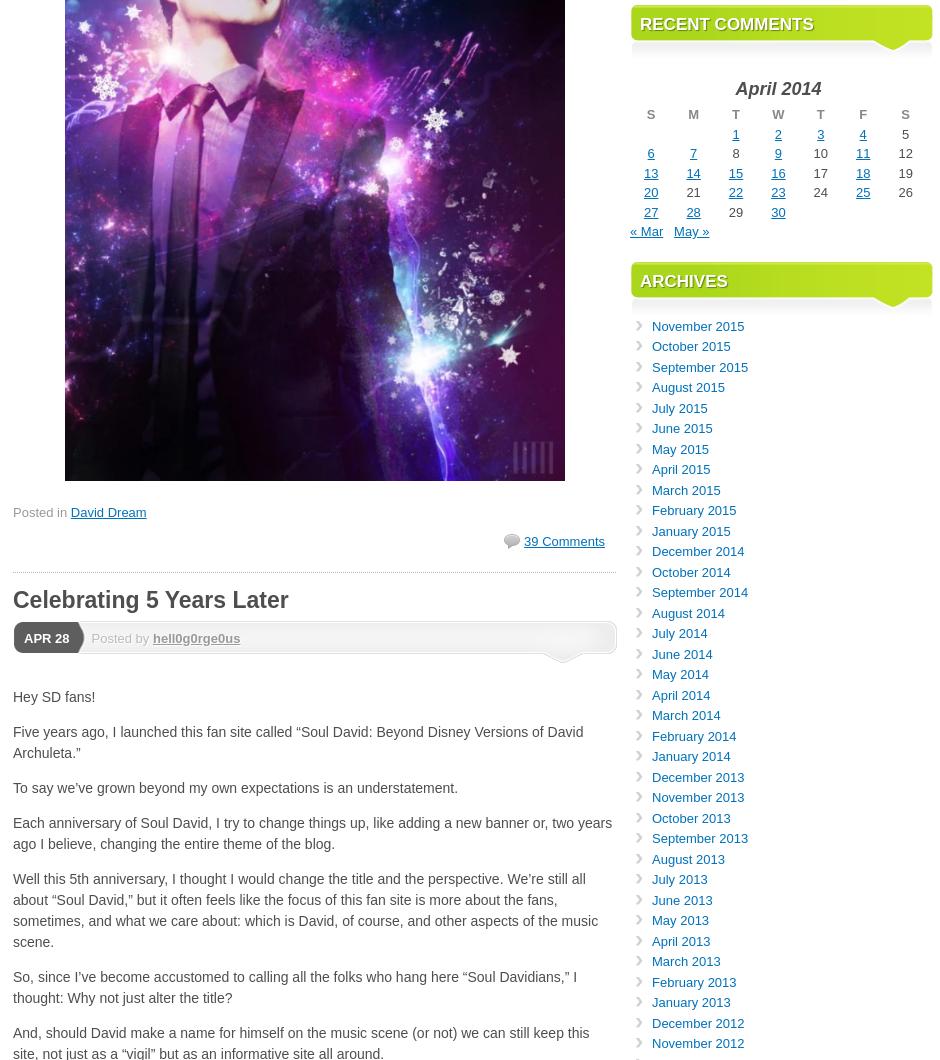 The height and width of the screenshot is (1060, 940). What do you see at coordinates (680, 653) in the screenshot?
I see `'June 2014'` at bounding box center [680, 653].